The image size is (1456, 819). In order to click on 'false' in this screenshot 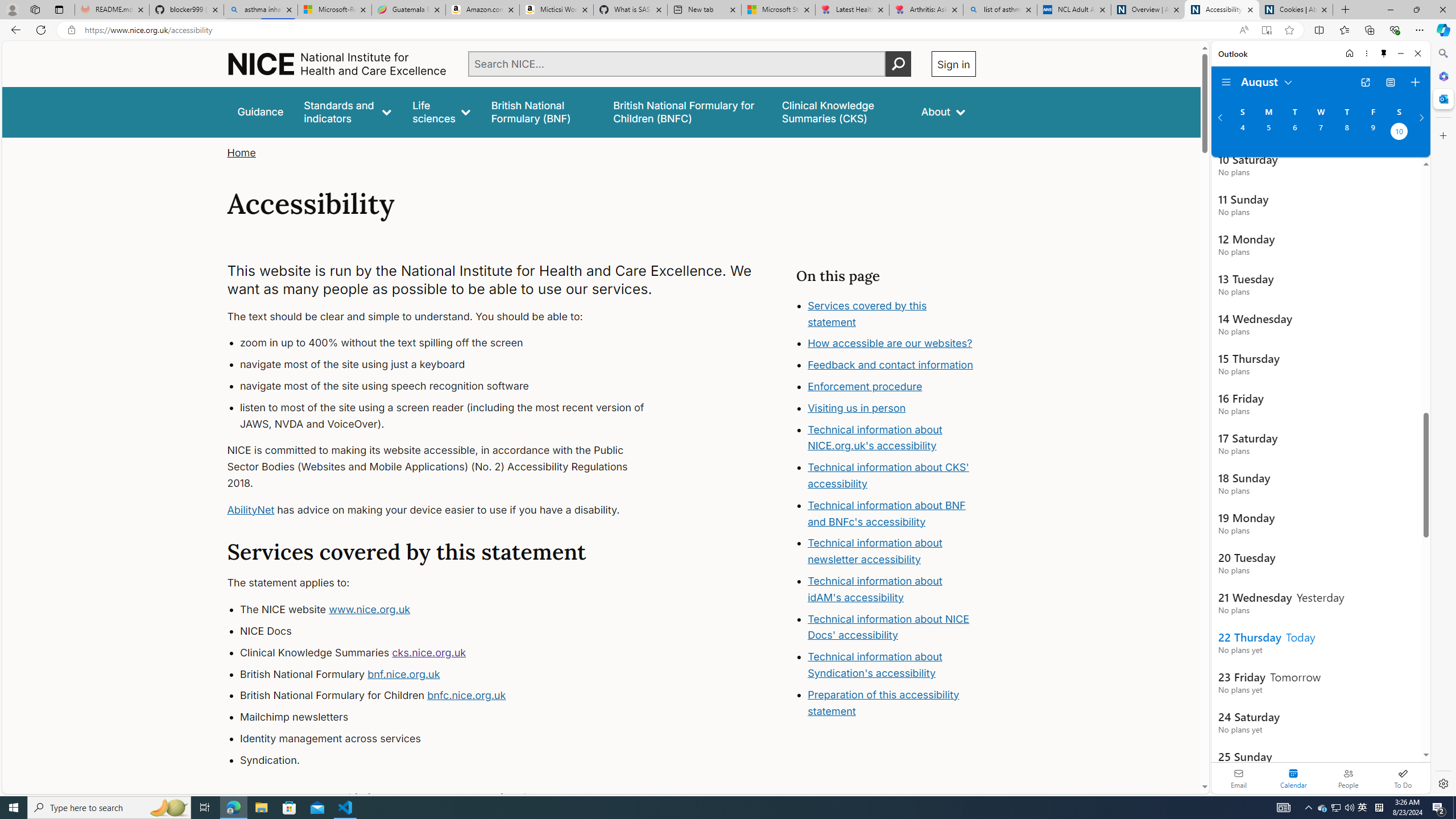, I will do `click(841, 111)`.